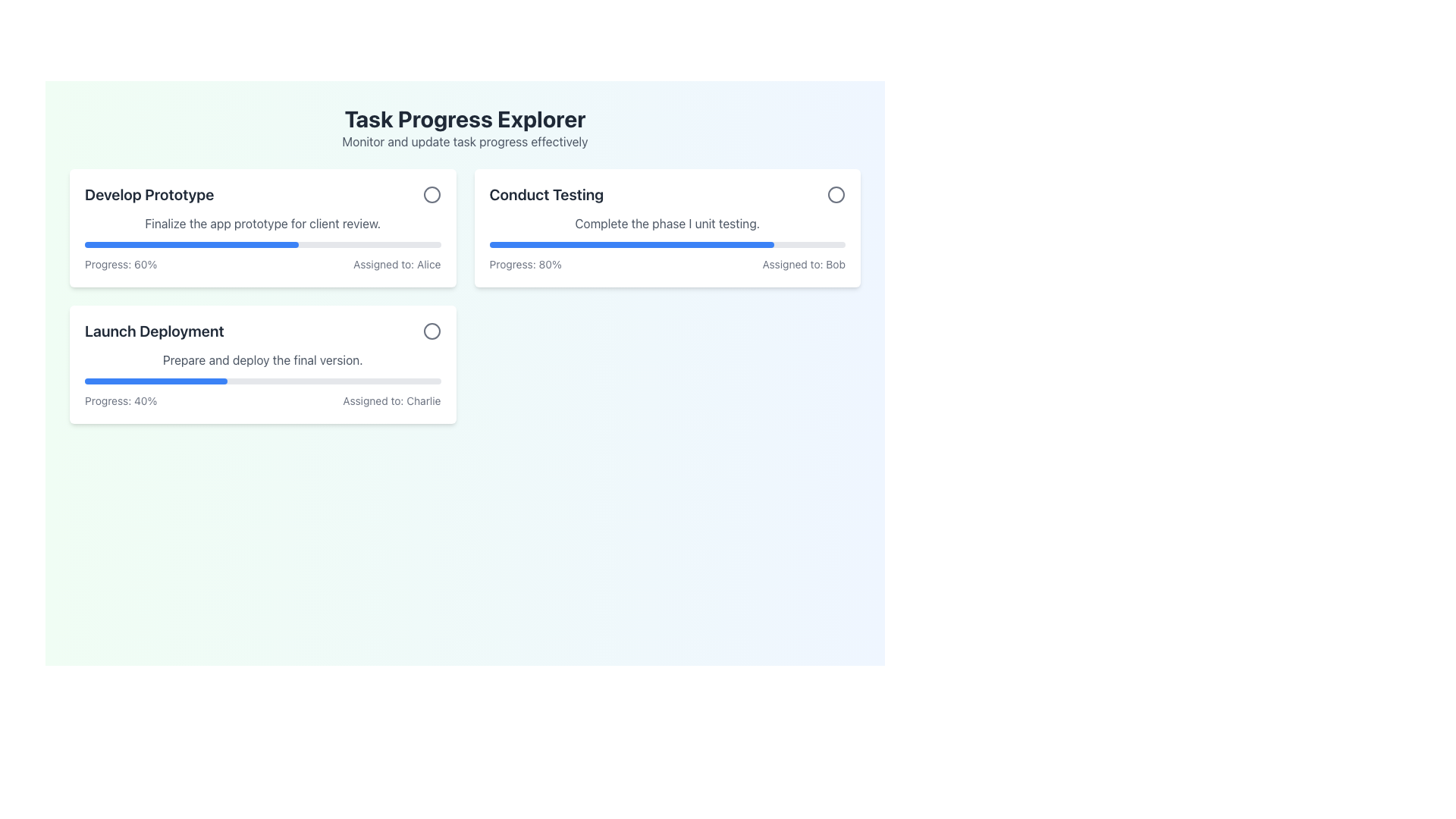  Describe the element at coordinates (262, 244) in the screenshot. I see `the progress bar located within the 'Develop Prototype' card, which indicates the completion percentage of the task, positioned between the text 'Finalize the app prototype for client review.' and 'Progress: 60% Assigned to: Alice'` at that location.